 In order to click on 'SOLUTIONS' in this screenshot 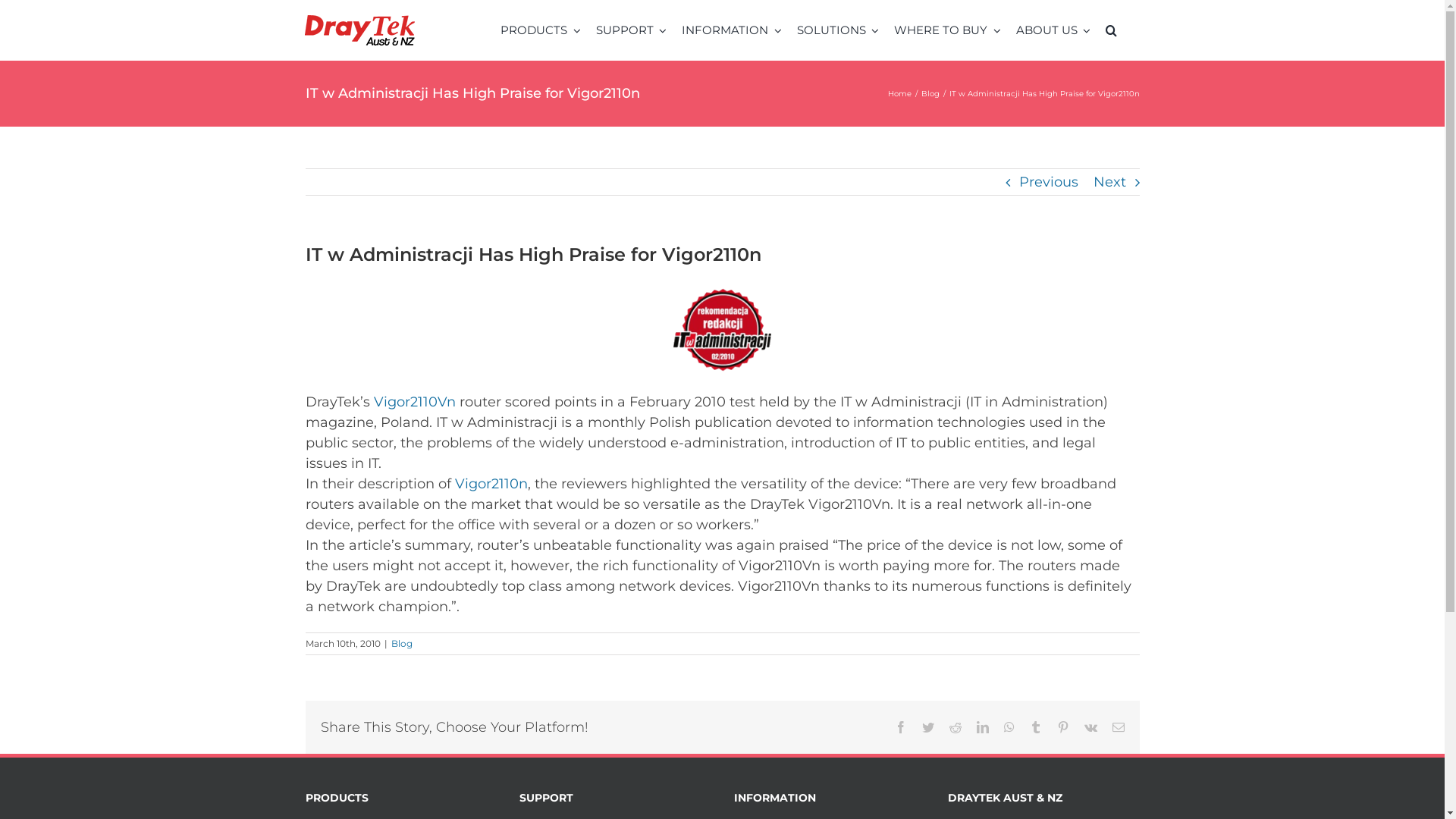, I will do `click(789, 30)`.